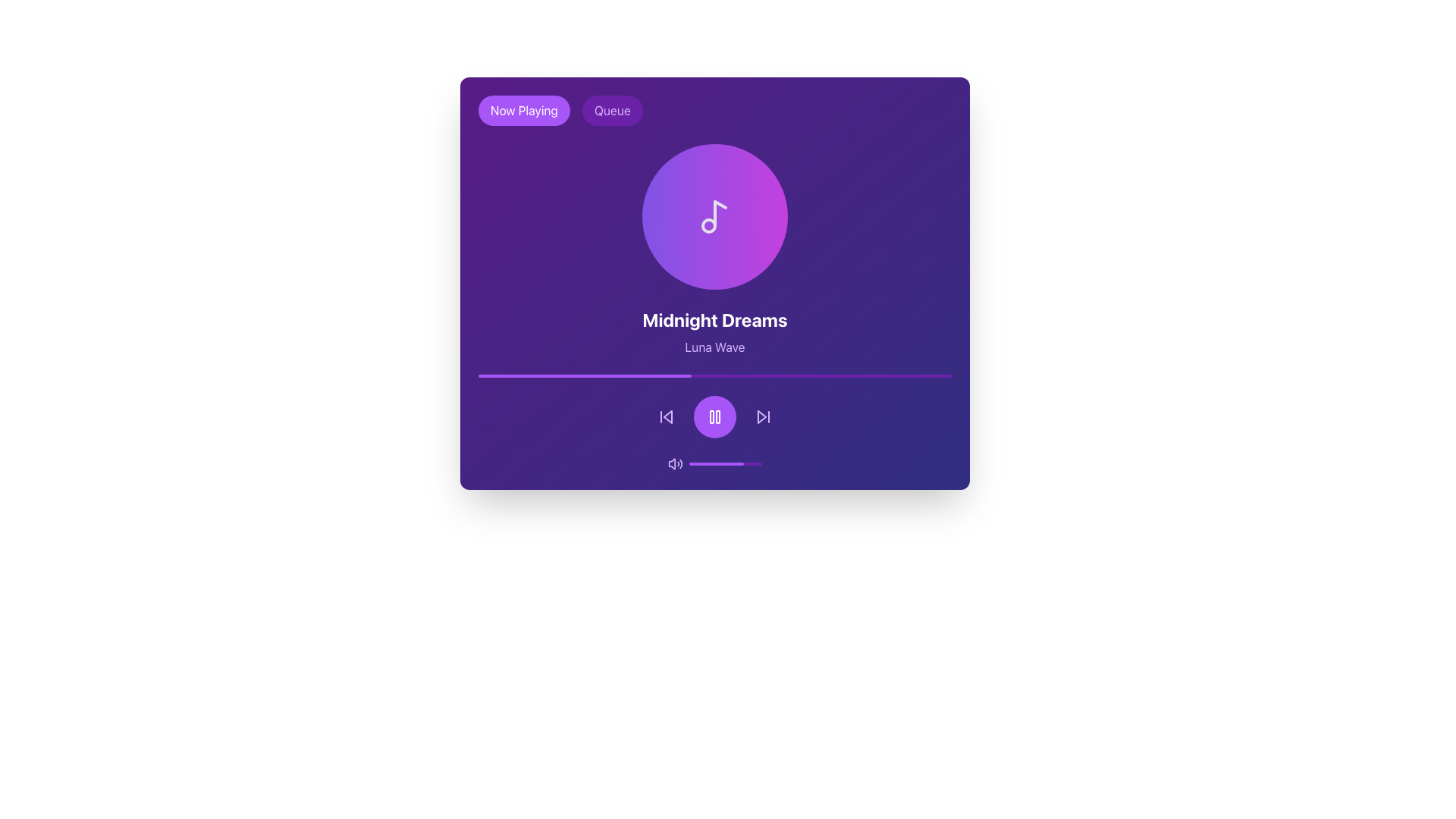 Image resolution: width=1456 pixels, height=819 pixels. Describe the element at coordinates (764, 417) in the screenshot. I see `the rightward-facing purple skip forward button located at the bottom-right corner of the media control panel to skip forward` at that location.